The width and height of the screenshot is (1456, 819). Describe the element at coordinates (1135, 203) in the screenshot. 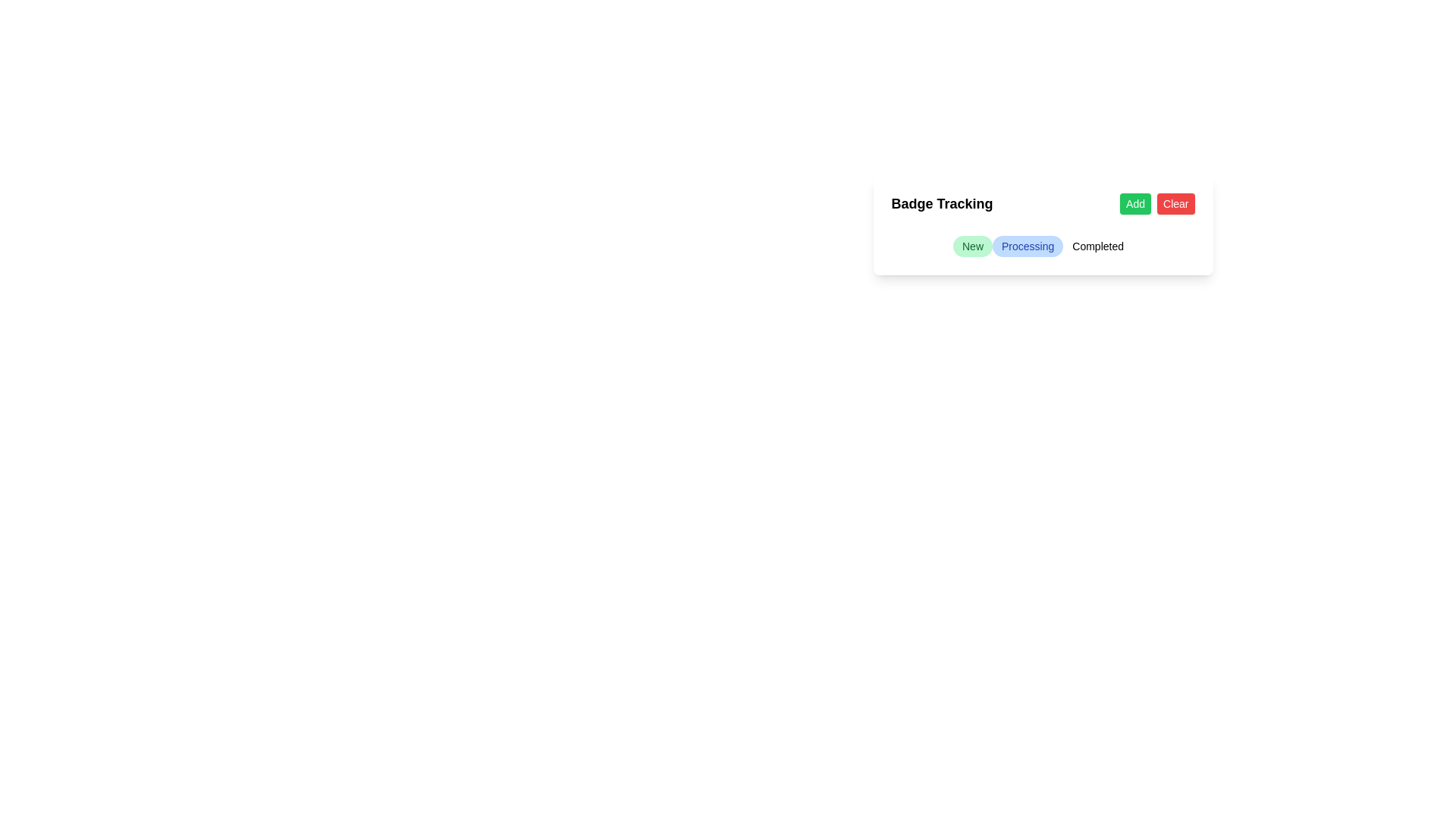

I see `the green 'Add' button with white text, located in the top-right section of the 'Badge Tracking' card` at that location.